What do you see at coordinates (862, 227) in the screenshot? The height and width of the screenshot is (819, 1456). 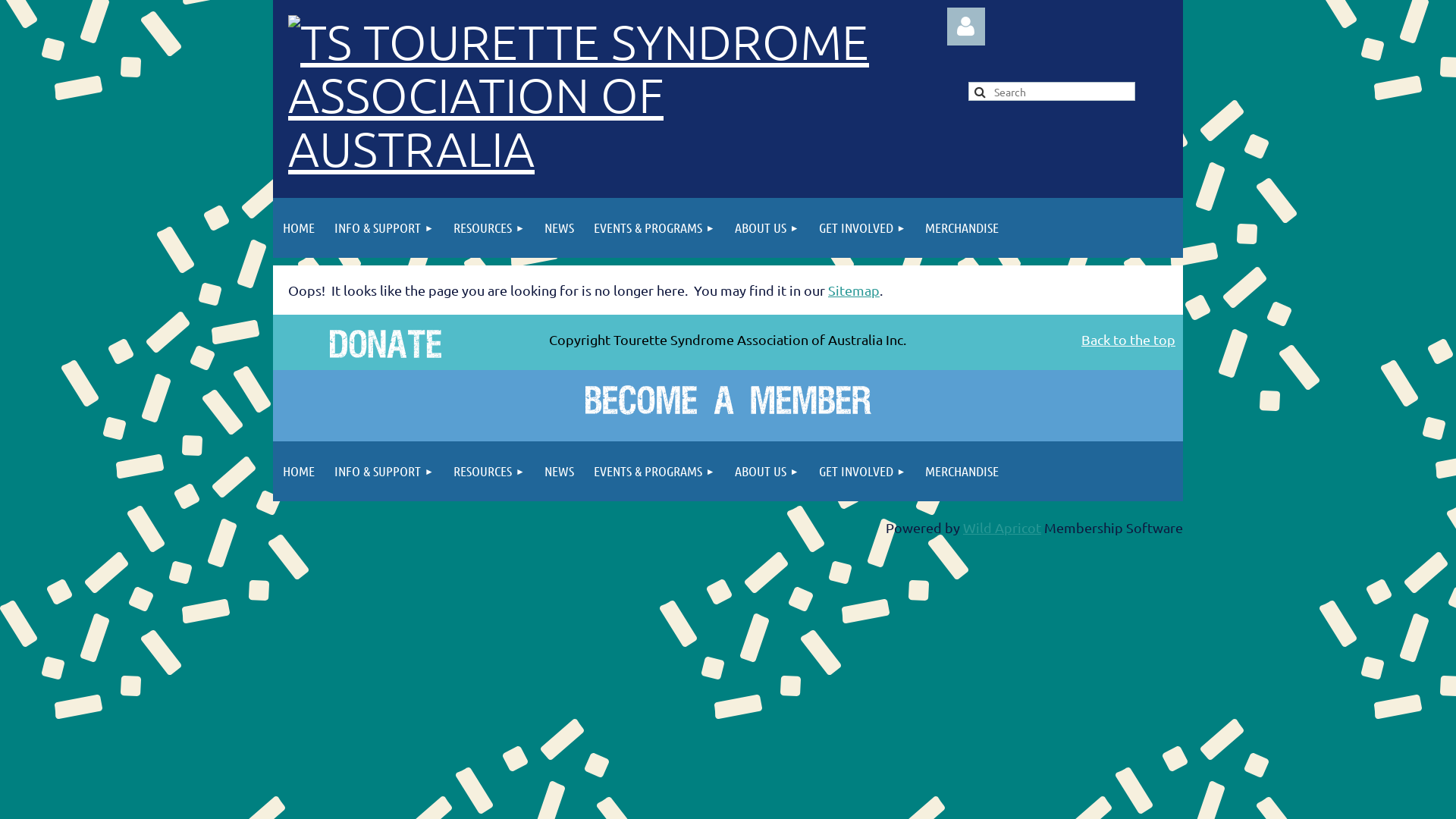 I see `'GET INVOLVED'` at bounding box center [862, 227].